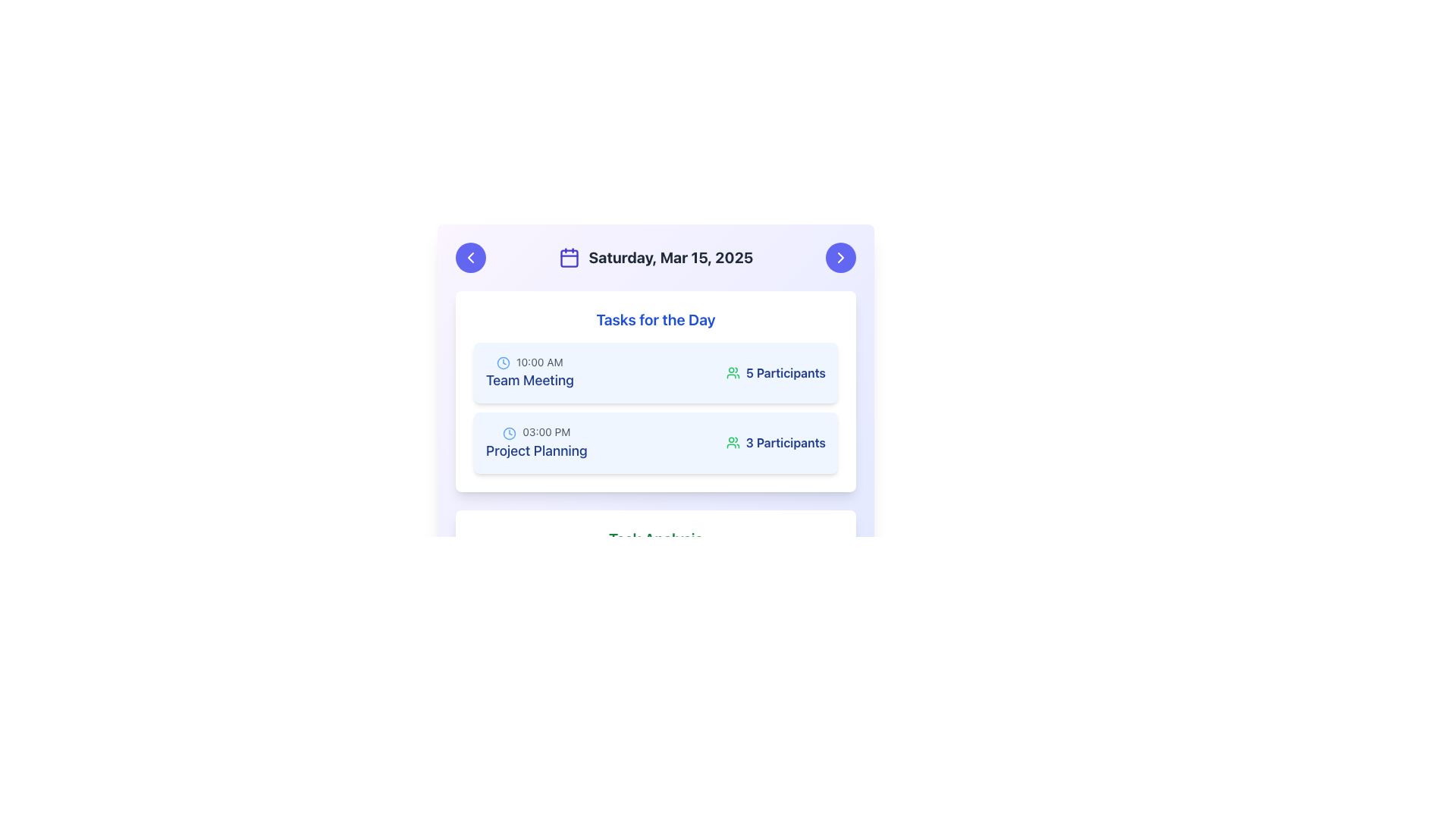 The image size is (1456, 819). Describe the element at coordinates (568, 256) in the screenshot. I see `calendar icon located to the left of the text 'Saturday, Mar 15, 2025', which features a minimalistic design and is styled with a text-indigo-700 color` at that location.